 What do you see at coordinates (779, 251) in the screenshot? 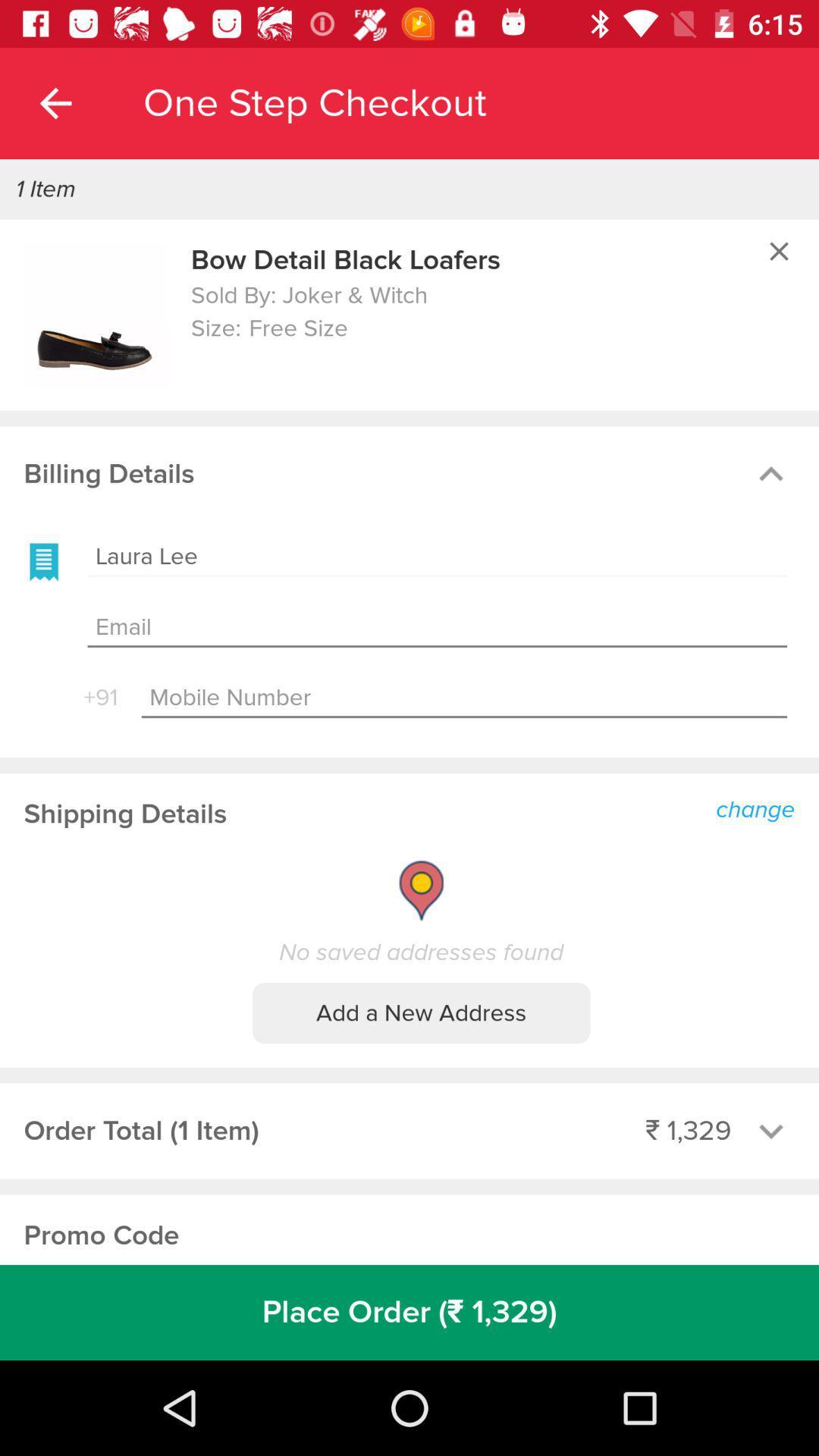
I see `window` at bounding box center [779, 251].